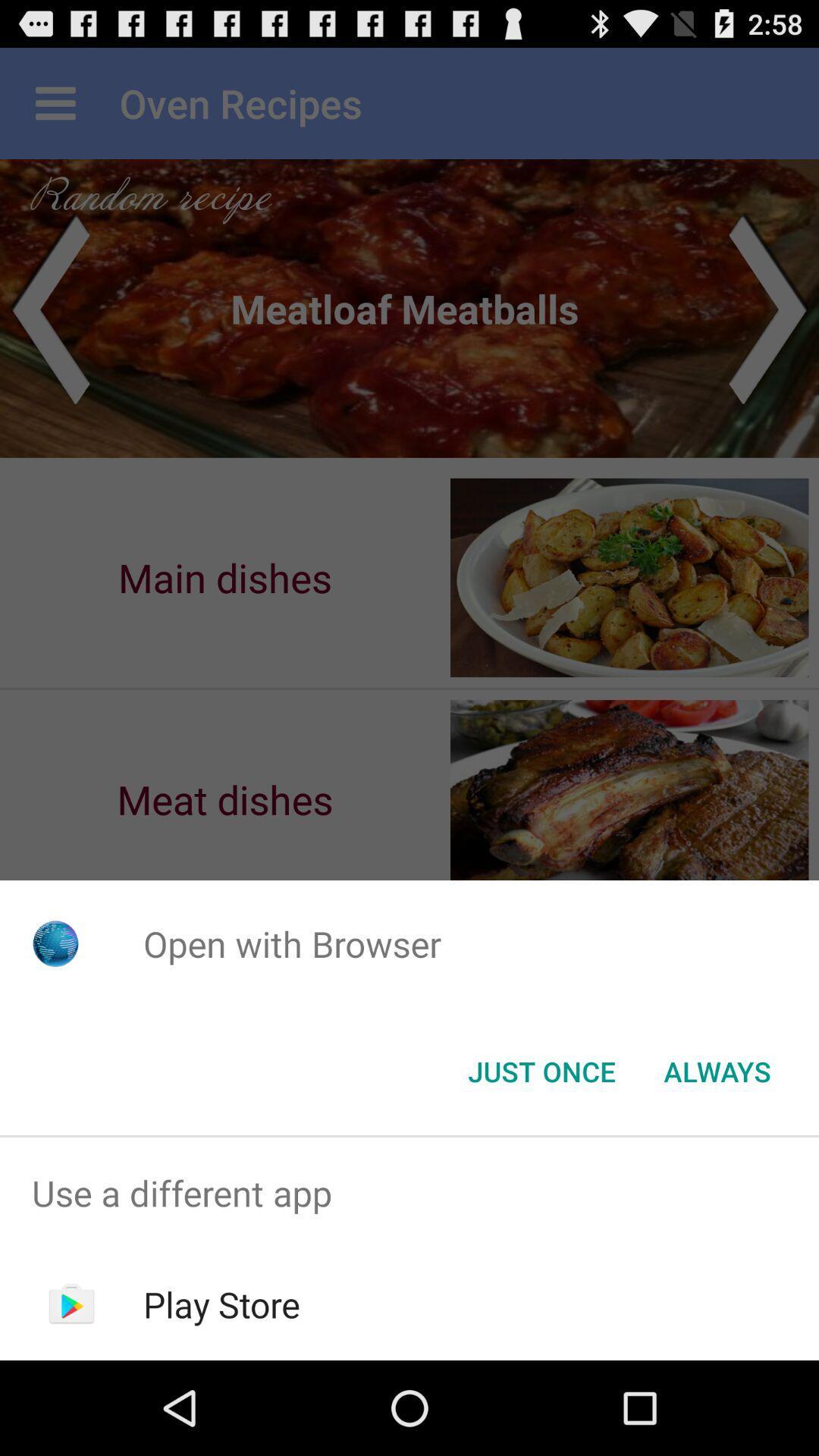 This screenshot has height=1456, width=819. What do you see at coordinates (409, 1192) in the screenshot?
I see `the use a different icon` at bounding box center [409, 1192].